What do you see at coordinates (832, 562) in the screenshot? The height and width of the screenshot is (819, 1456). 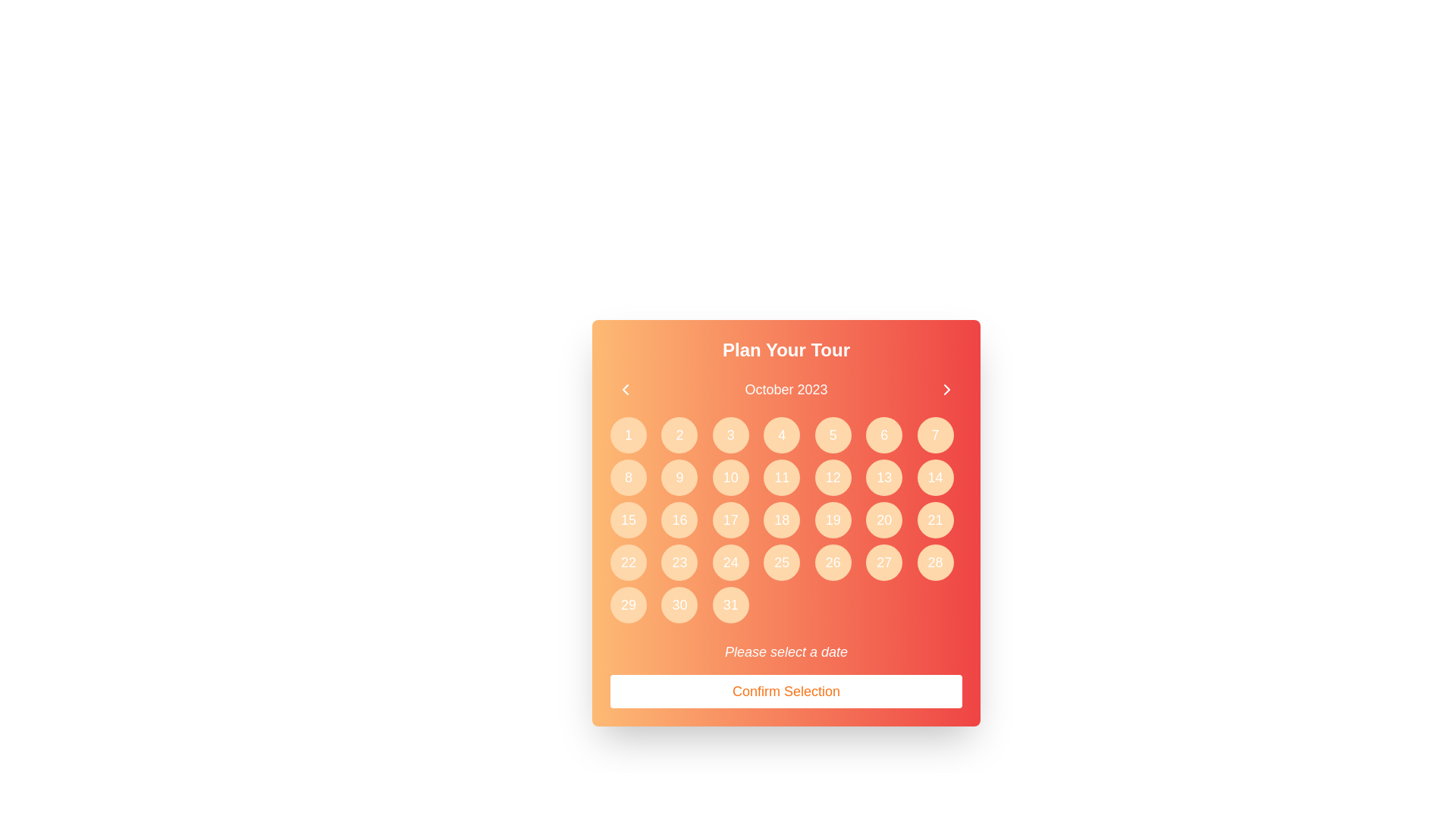 I see `the button representing the 26th day of the month in the calendar interface` at bounding box center [832, 562].